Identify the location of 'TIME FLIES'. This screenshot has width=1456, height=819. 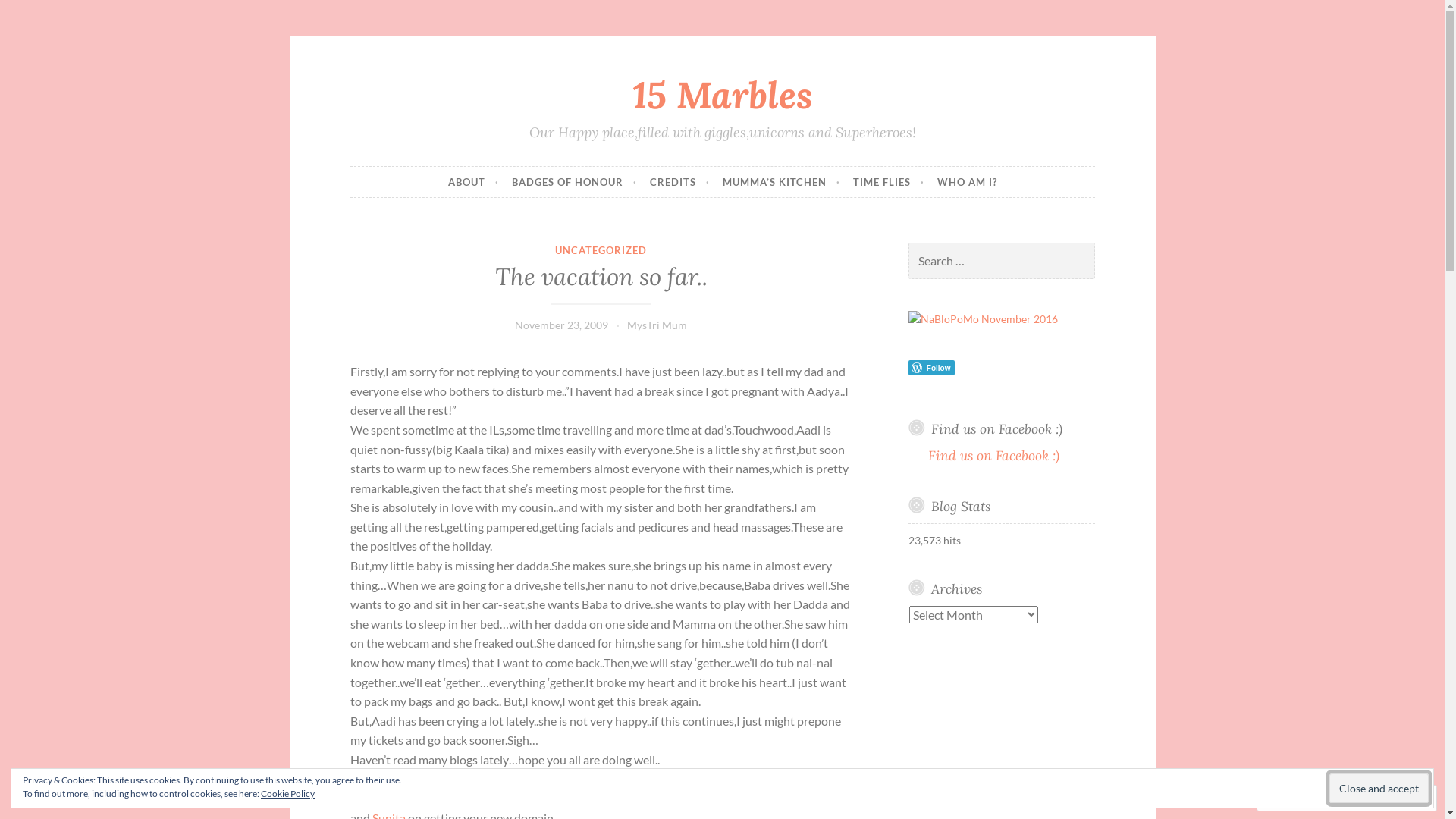
(852, 180).